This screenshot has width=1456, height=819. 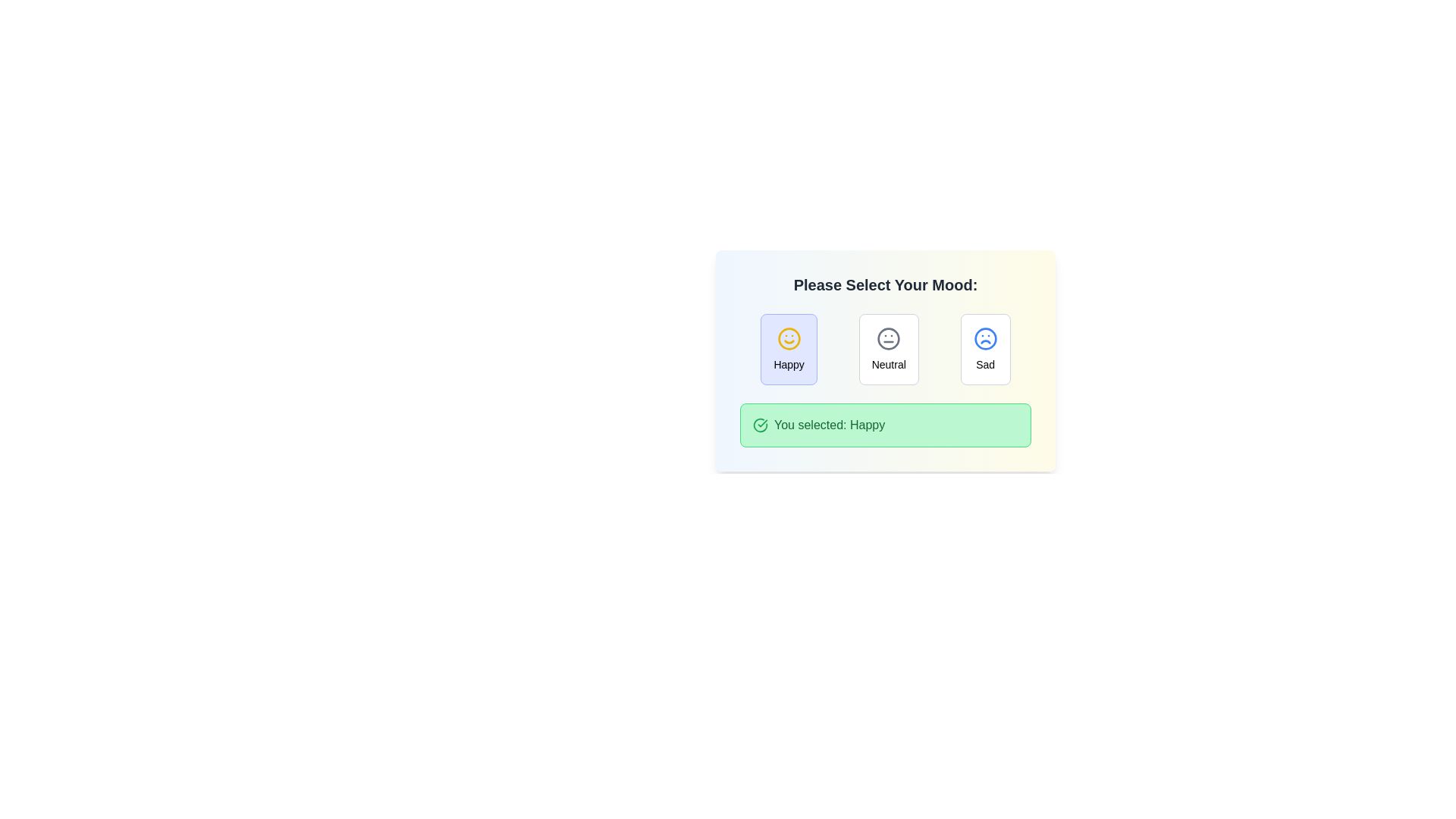 What do you see at coordinates (789, 338) in the screenshot?
I see `the 'Happy' mood icon, which visually represents the happy emotion selection option located directly above the text label 'Happy'` at bounding box center [789, 338].